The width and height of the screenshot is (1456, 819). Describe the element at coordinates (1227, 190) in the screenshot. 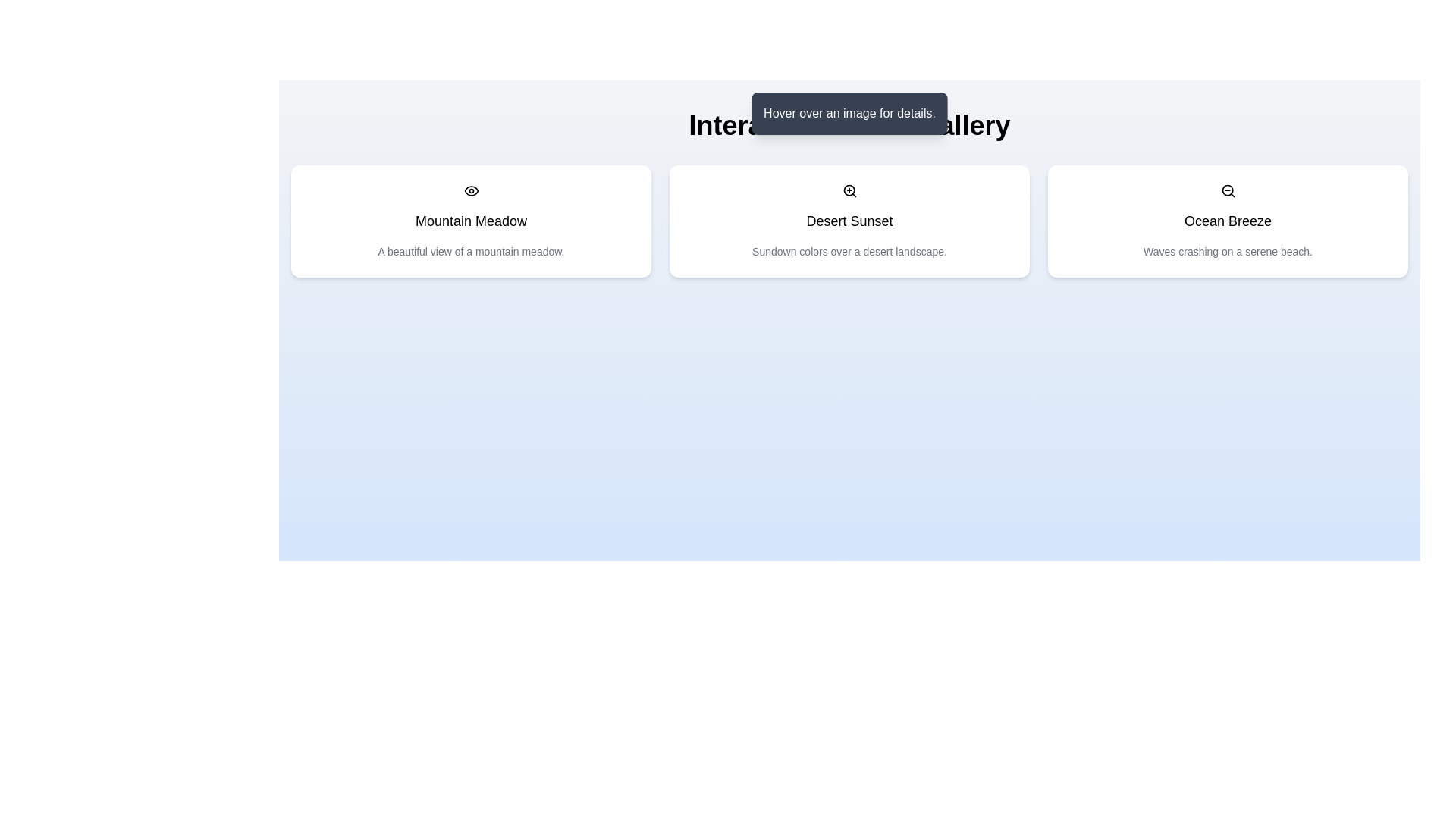

I see `the SVG circle element that represents the zoom-out functionality within the magnifying glass icon, located above the title text 'Ocean Breeze'` at that location.